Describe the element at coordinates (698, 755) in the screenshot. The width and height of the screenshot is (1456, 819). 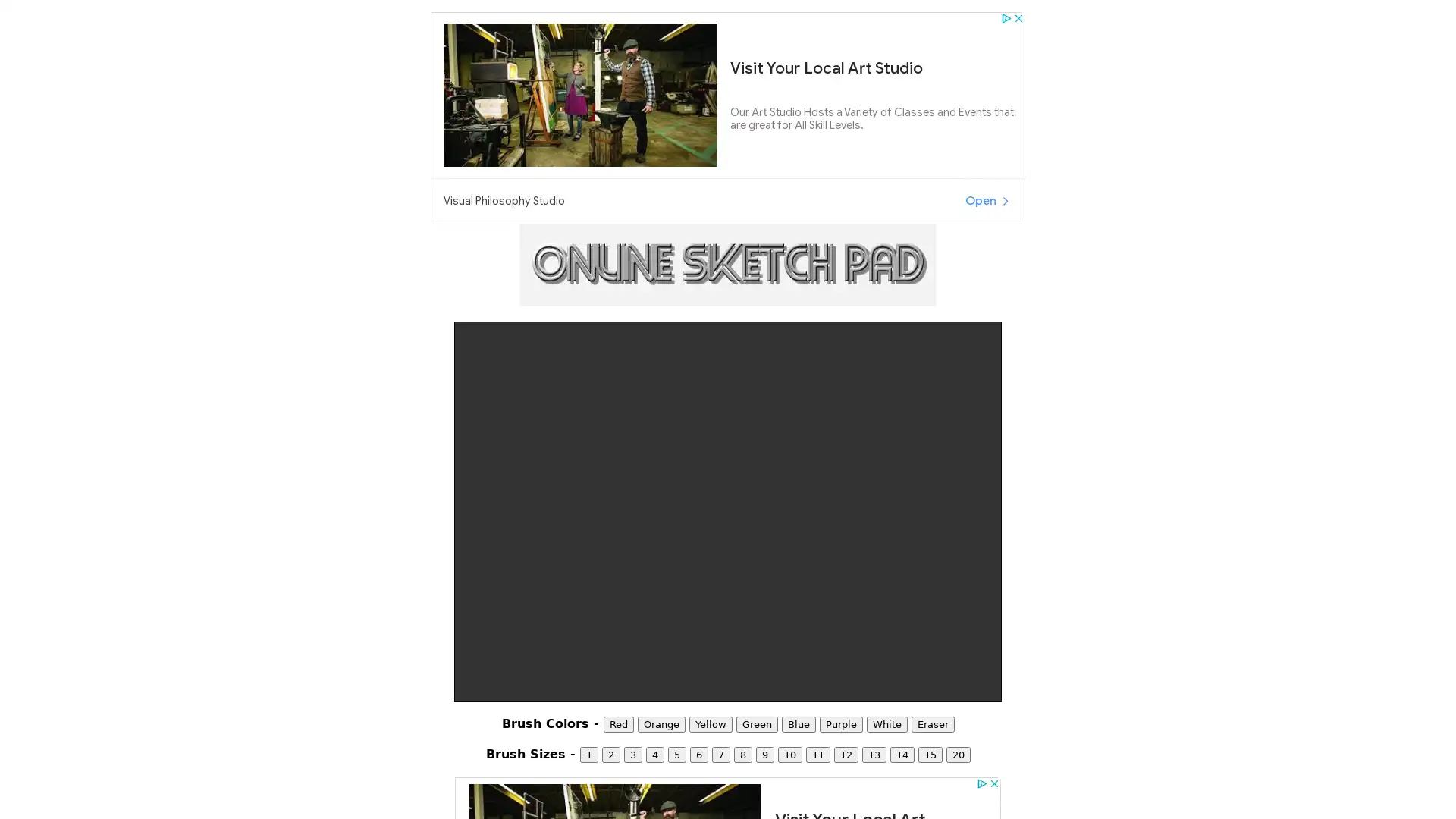
I see `6` at that location.